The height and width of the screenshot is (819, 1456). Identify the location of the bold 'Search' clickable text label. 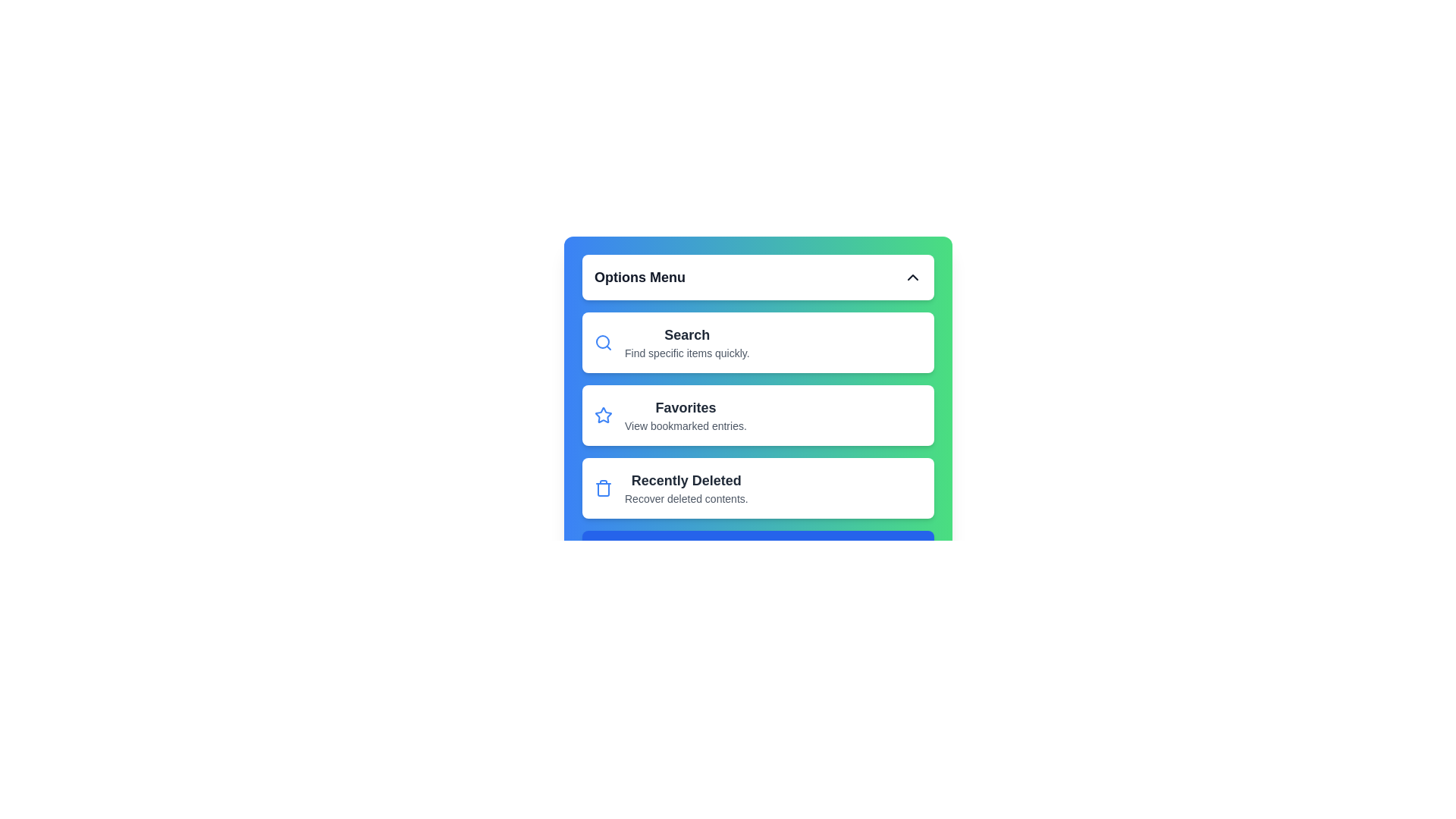
(686, 334).